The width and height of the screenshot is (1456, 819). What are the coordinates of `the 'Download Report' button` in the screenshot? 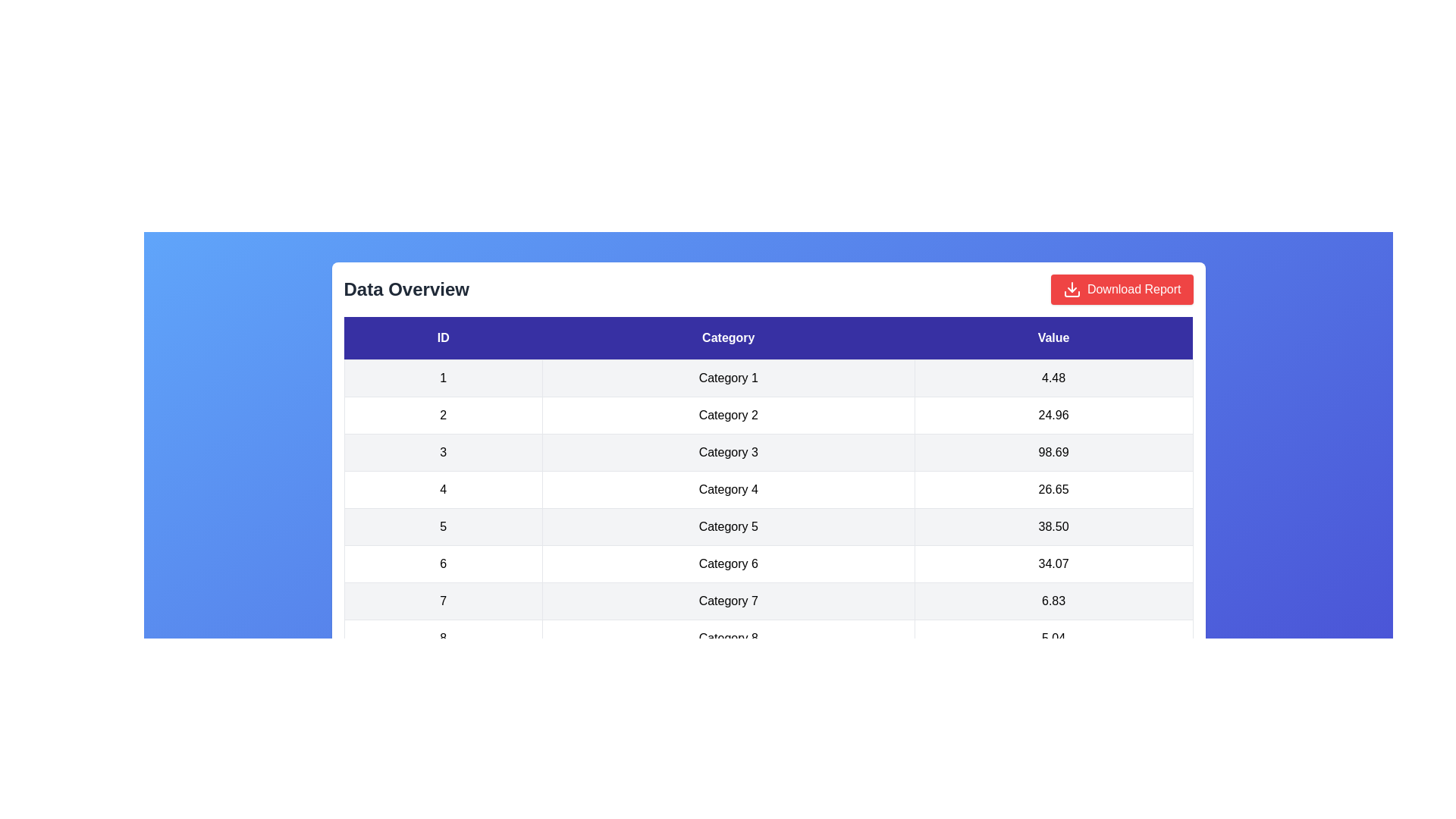 It's located at (1122, 289).